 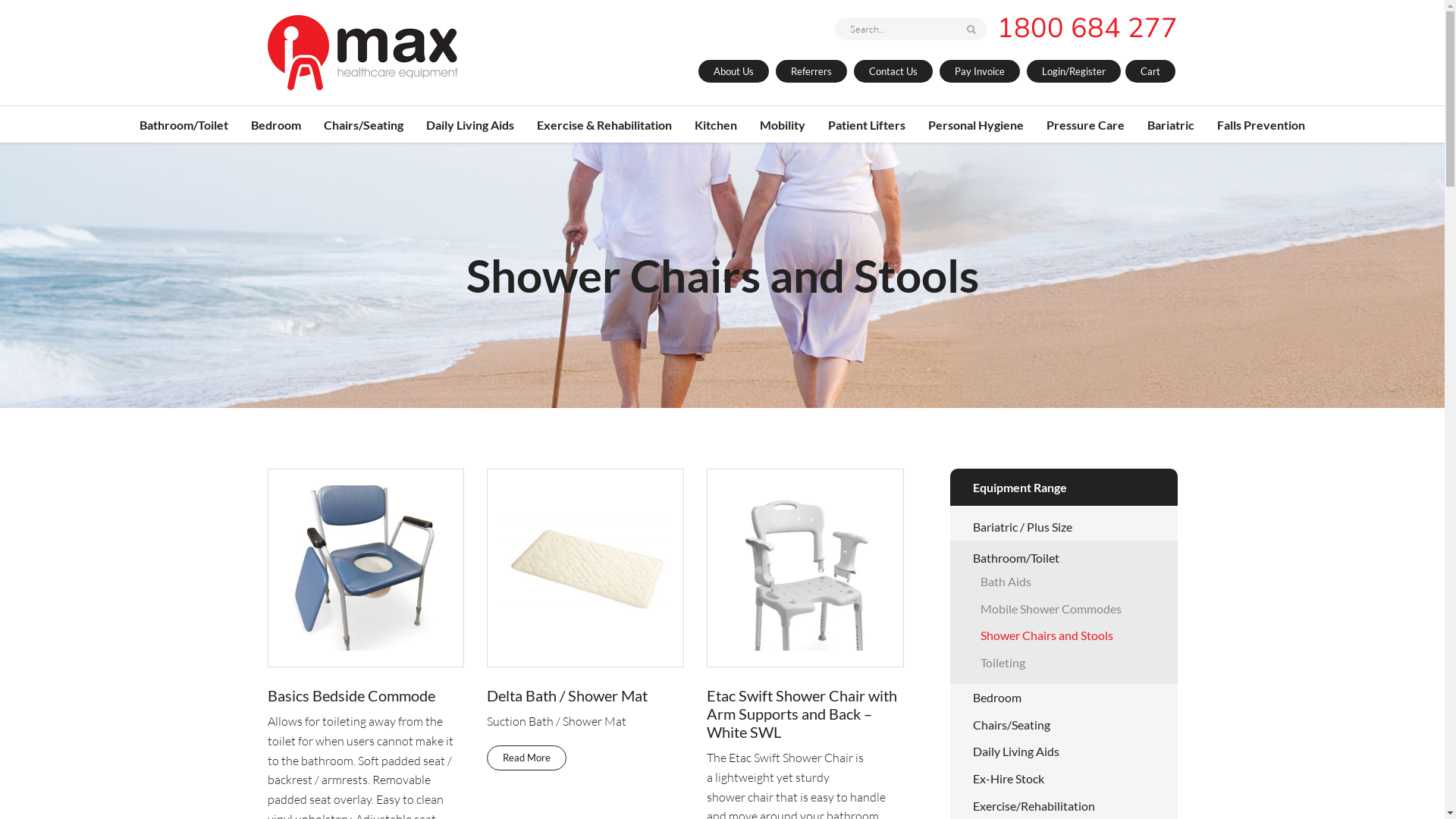 What do you see at coordinates (893, 71) in the screenshot?
I see `'Contact Us'` at bounding box center [893, 71].